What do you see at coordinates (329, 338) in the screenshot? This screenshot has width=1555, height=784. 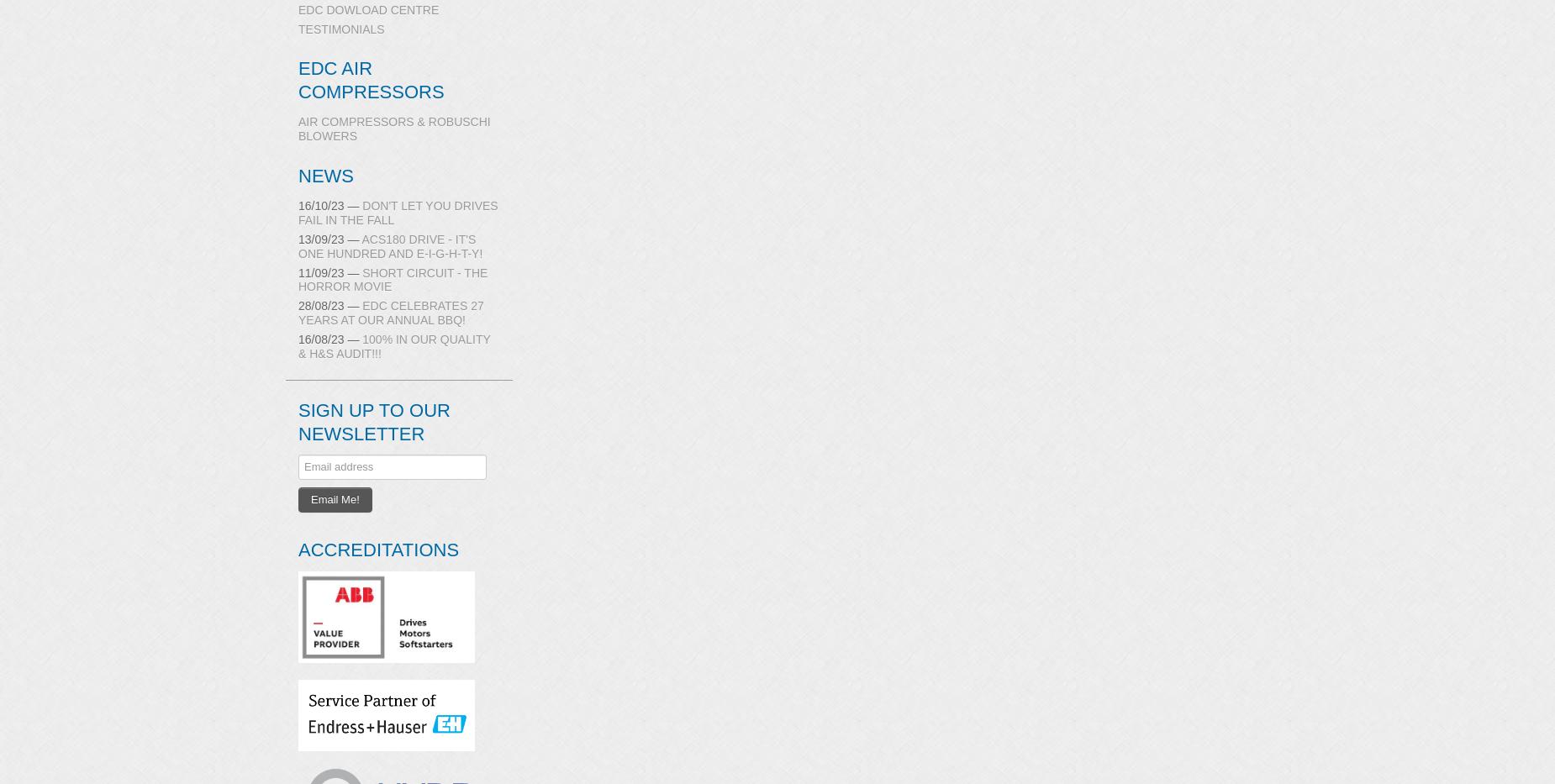 I see `'16/08/23 —'` at bounding box center [329, 338].